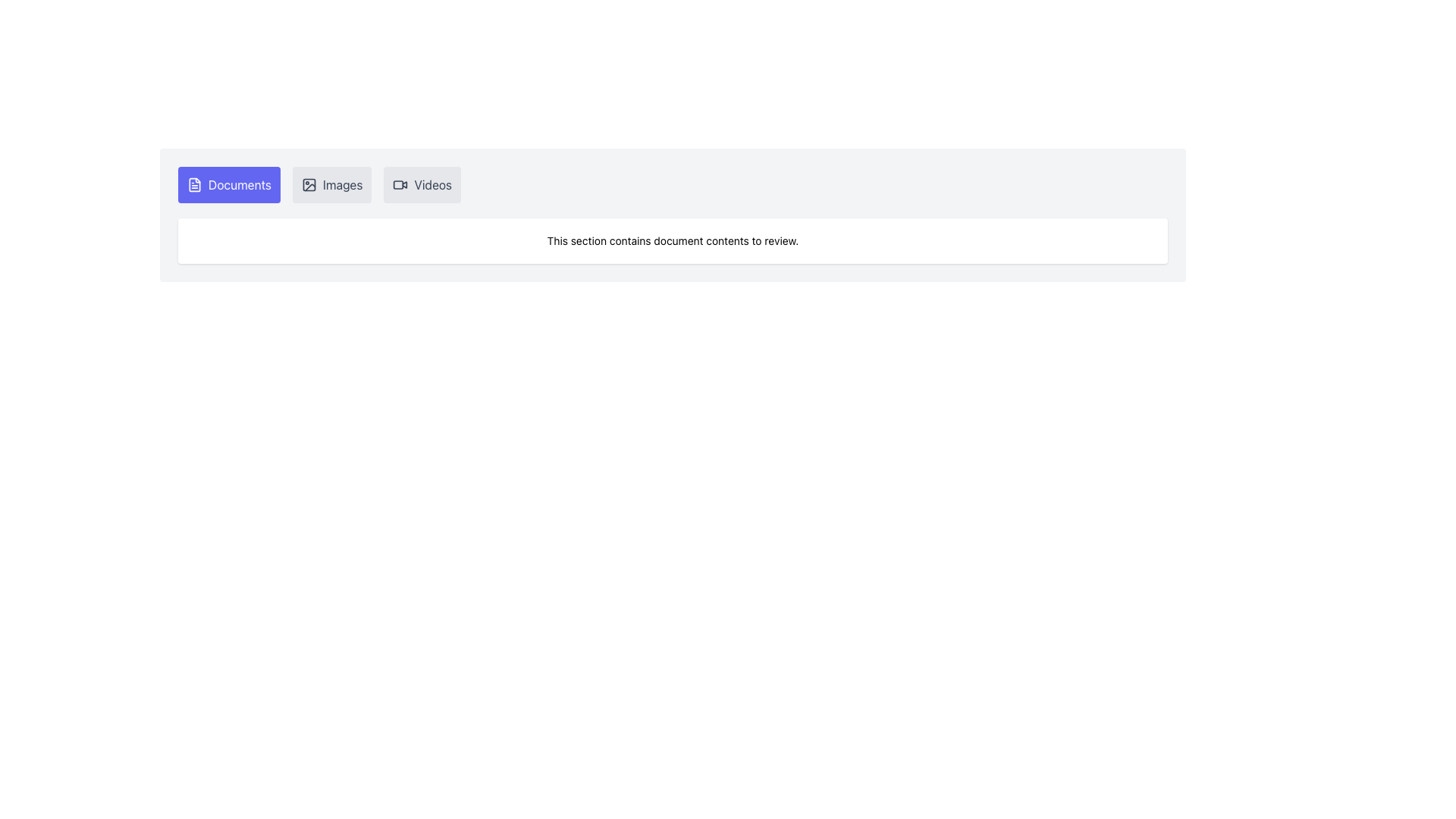 This screenshot has height=819, width=1456. Describe the element at coordinates (309, 184) in the screenshot. I see `the 'Images' tab icon located in the middle of the horizontal navigation bar` at that location.